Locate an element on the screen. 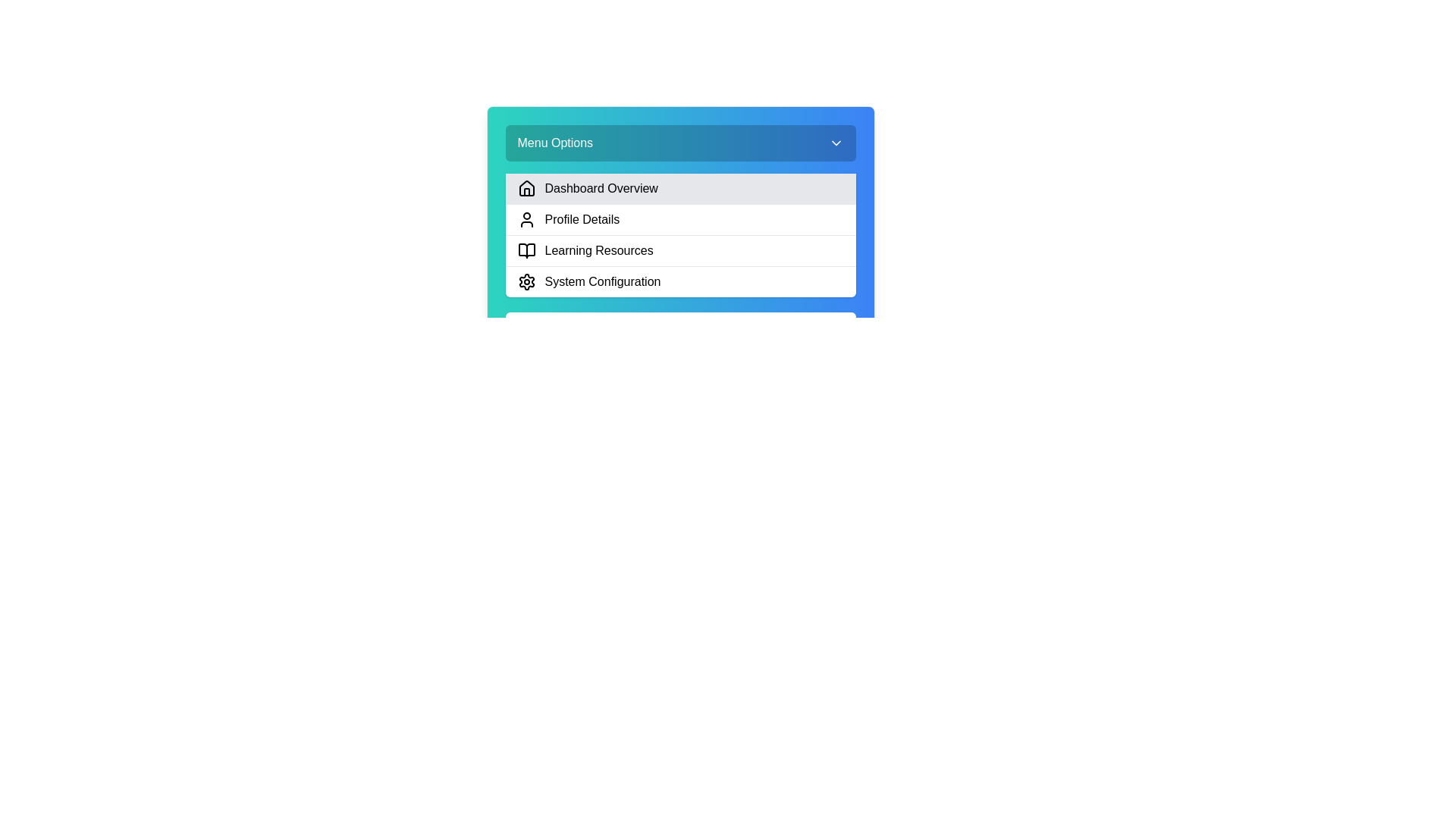 The width and height of the screenshot is (1456, 819). the house-shaped icon representing the 'Dashboard Overview' is located at coordinates (526, 187).